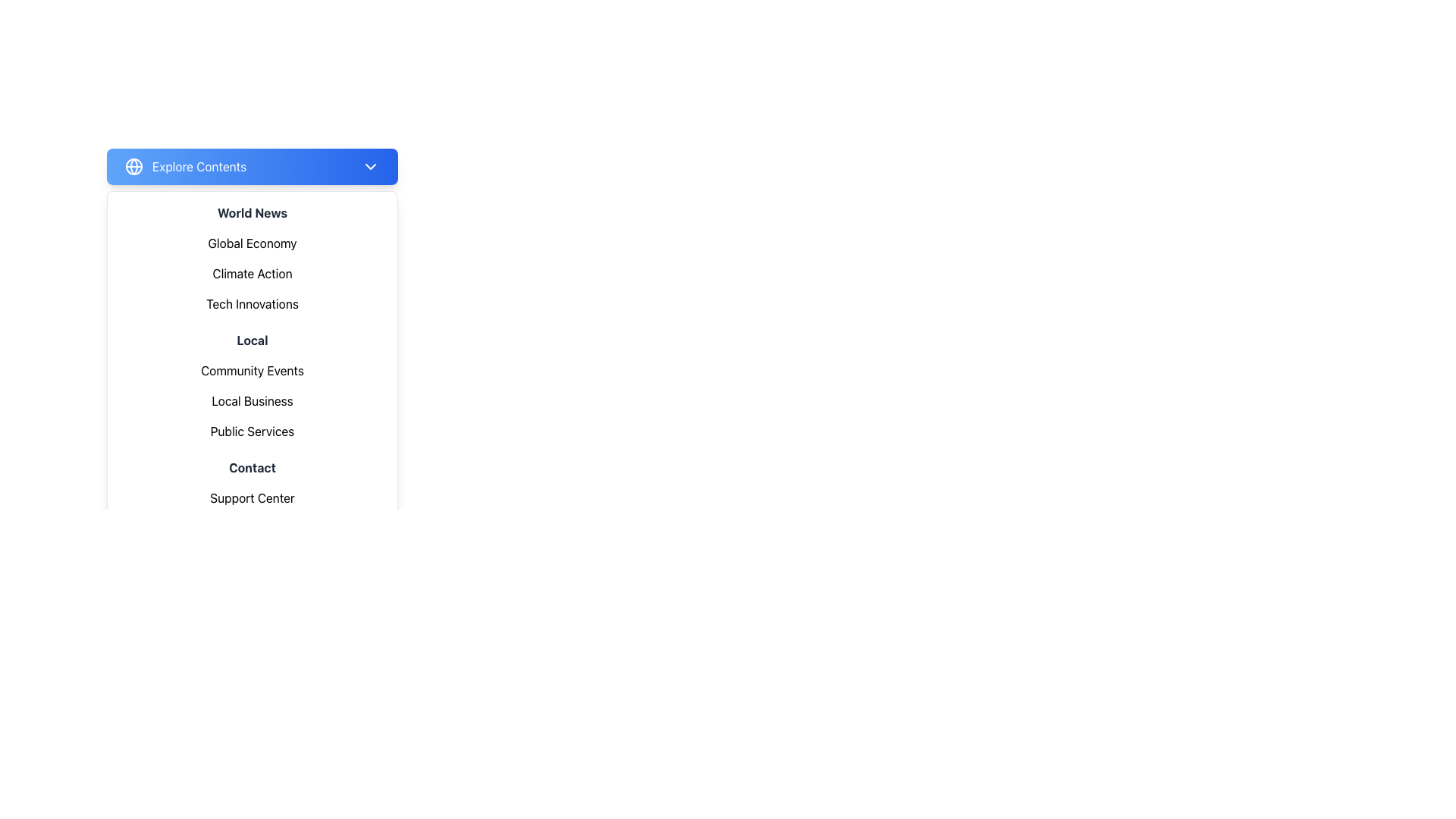 The image size is (1456, 819). What do you see at coordinates (252, 339) in the screenshot?
I see `the bold text label 'Local' which is styled in black font against a white background, positioned as the fourth heading in a vertical list within a dropdown-style menu box` at bounding box center [252, 339].